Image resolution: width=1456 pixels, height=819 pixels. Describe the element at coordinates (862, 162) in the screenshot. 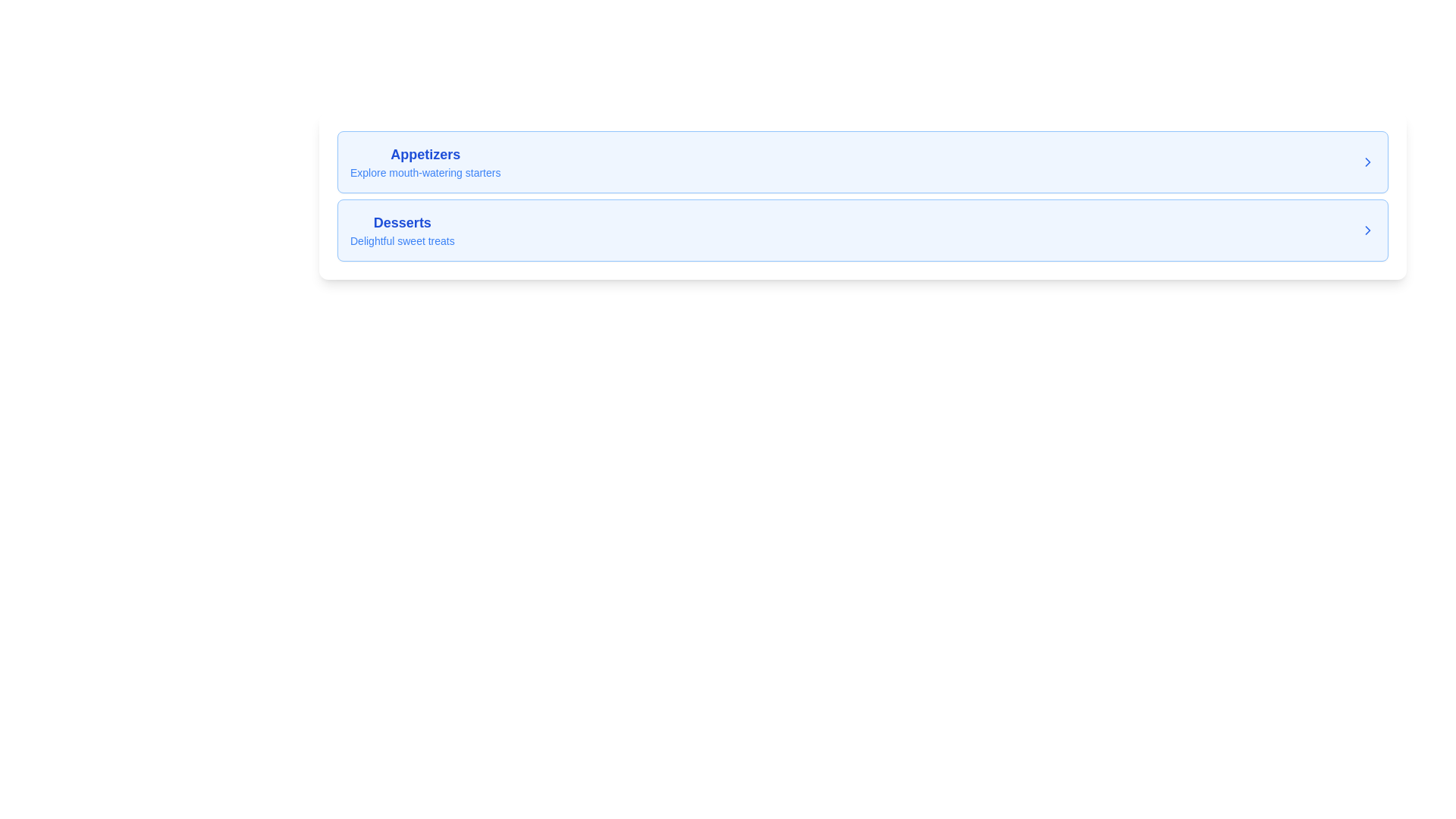

I see `the first button-like interactive section for appetizers` at that location.